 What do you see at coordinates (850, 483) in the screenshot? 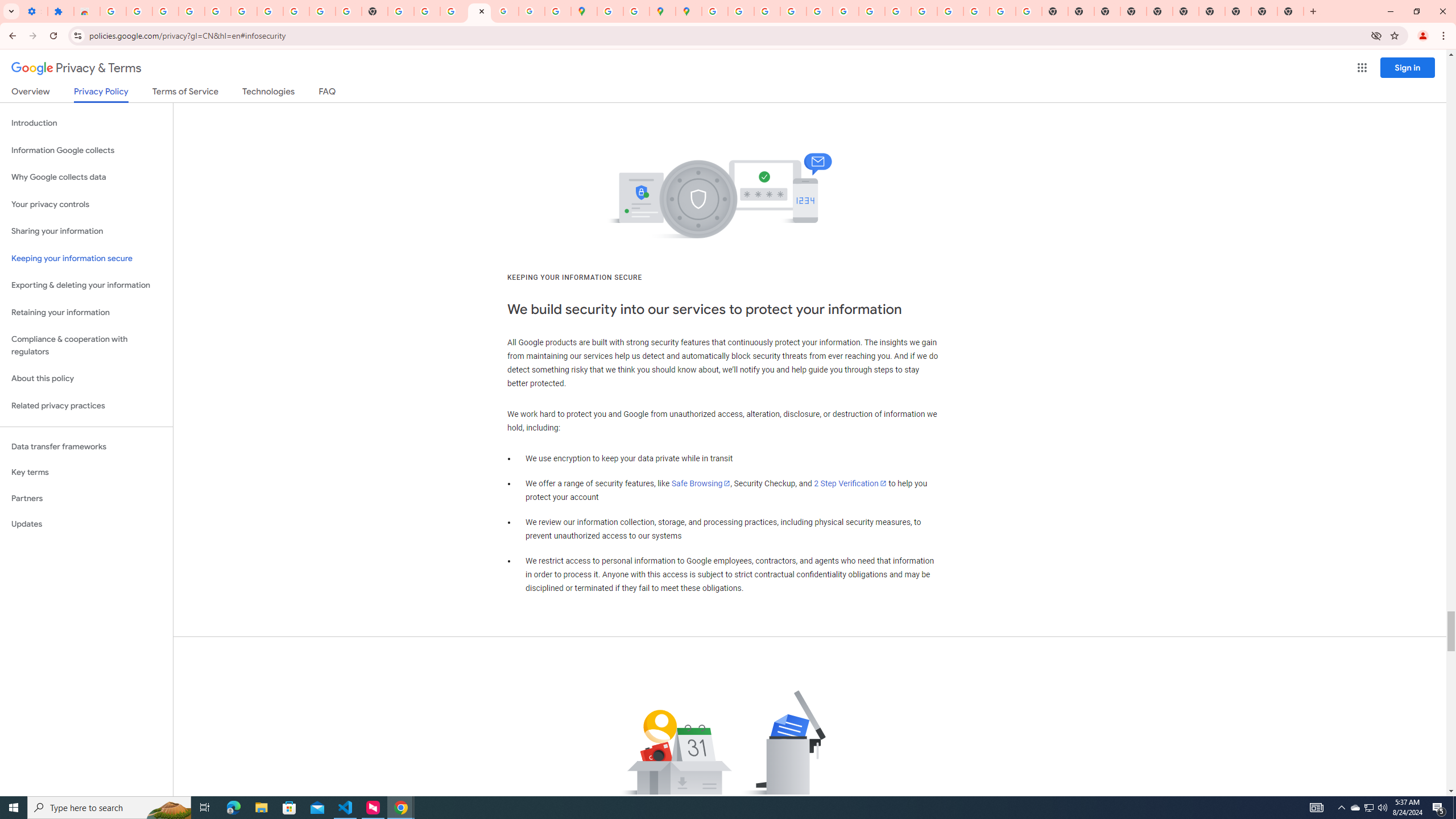
I see `'2 Step Verification'` at bounding box center [850, 483].